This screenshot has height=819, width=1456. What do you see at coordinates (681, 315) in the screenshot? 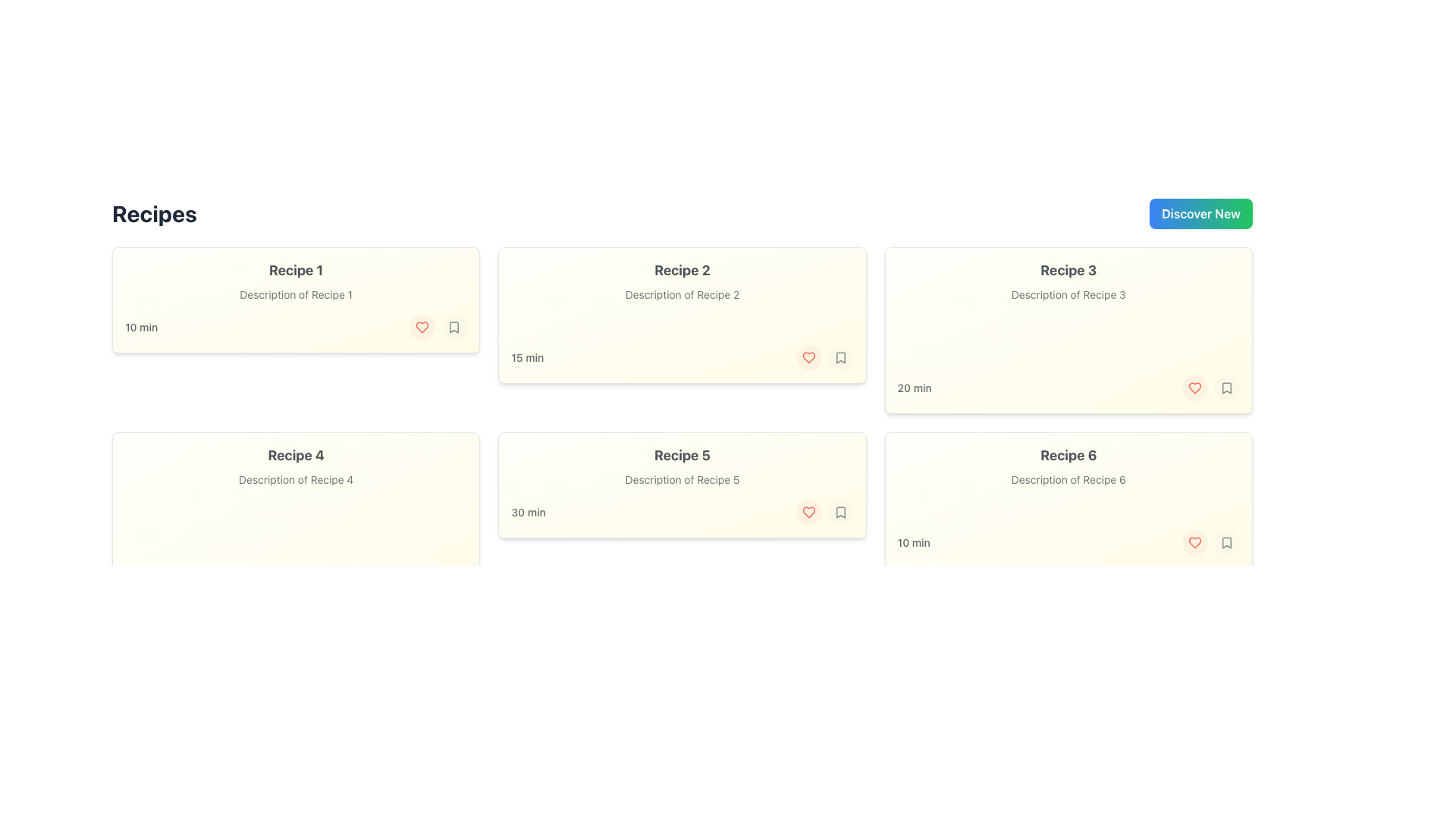
I see `the recipe summary card, which is the second card from the left in the top row of the grid layout` at bounding box center [681, 315].